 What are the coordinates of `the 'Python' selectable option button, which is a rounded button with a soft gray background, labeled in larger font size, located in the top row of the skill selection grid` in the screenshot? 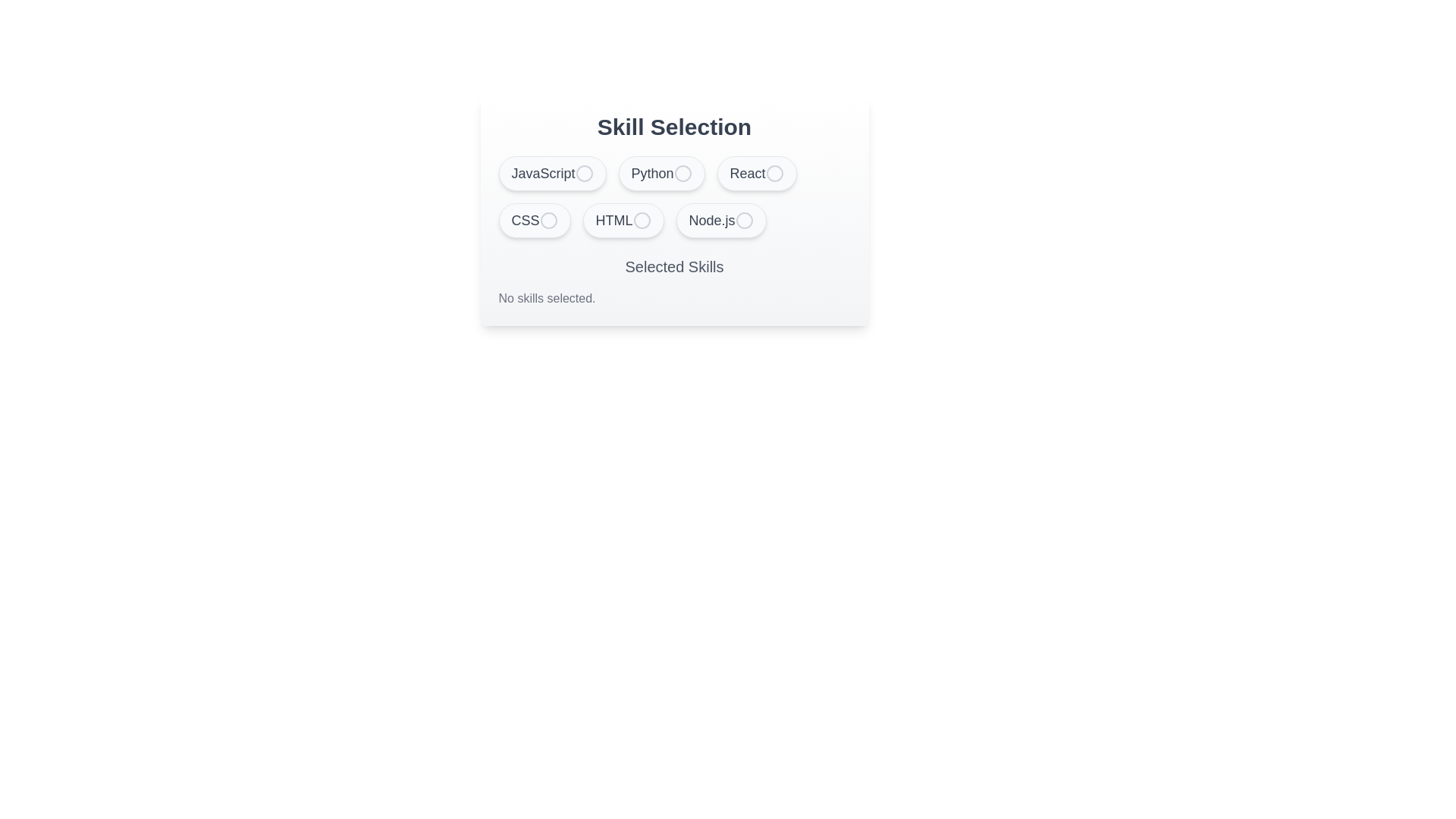 It's located at (661, 172).